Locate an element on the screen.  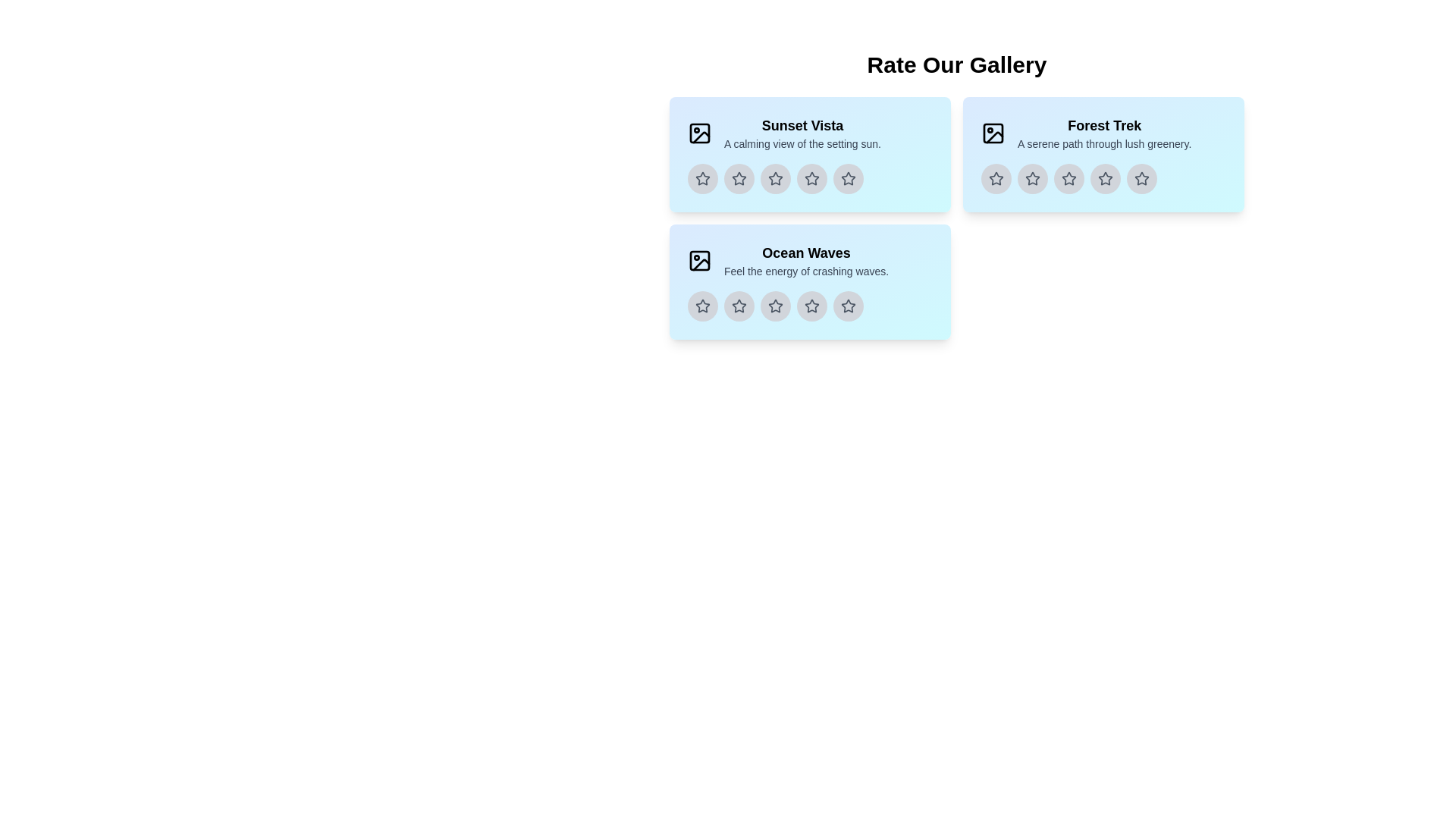
the fourth star-shaped icon in the rating row below the 'Ocean Waves' section is located at coordinates (775, 306).